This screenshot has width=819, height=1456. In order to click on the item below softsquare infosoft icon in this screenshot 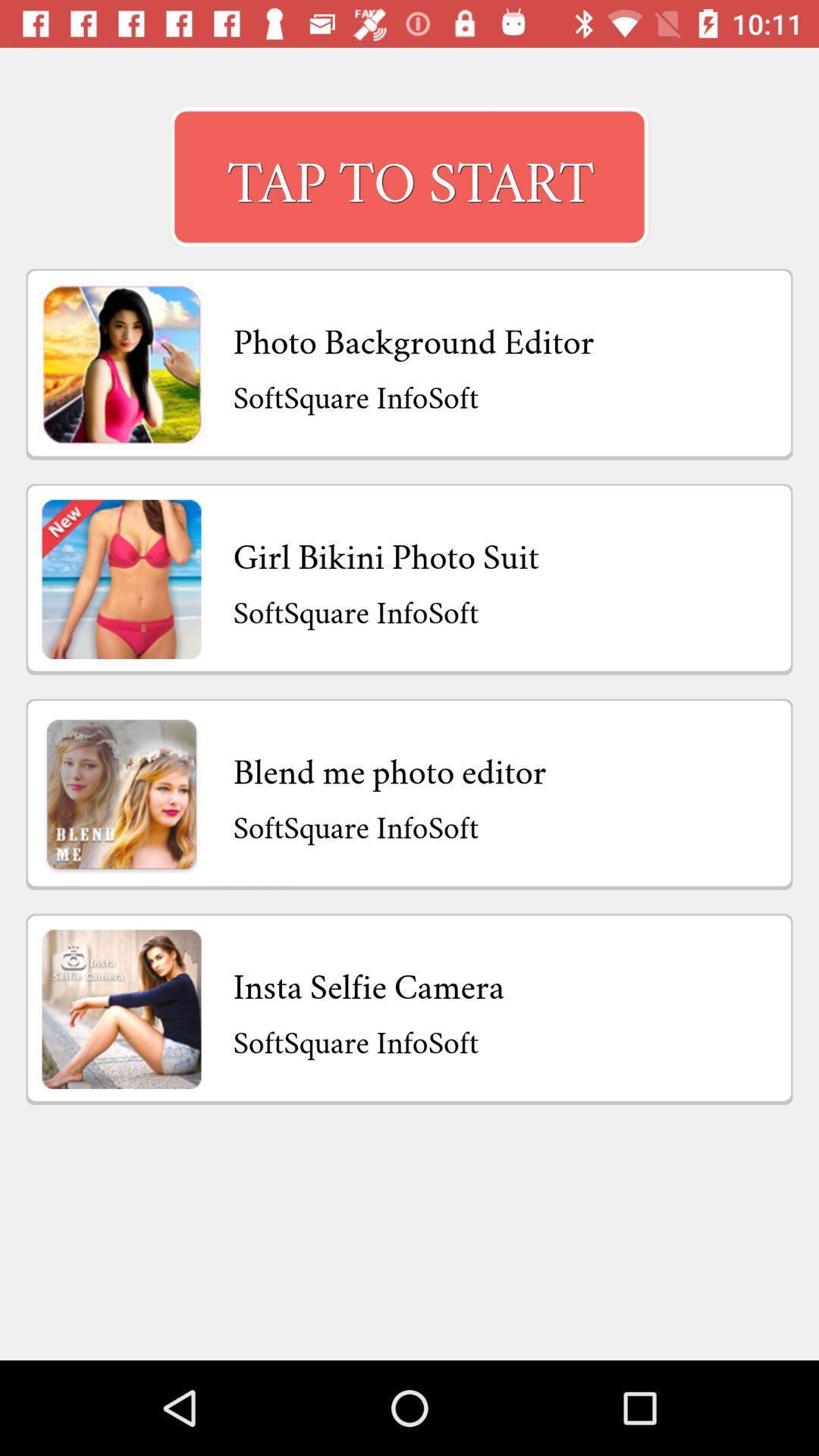, I will do `click(385, 552)`.